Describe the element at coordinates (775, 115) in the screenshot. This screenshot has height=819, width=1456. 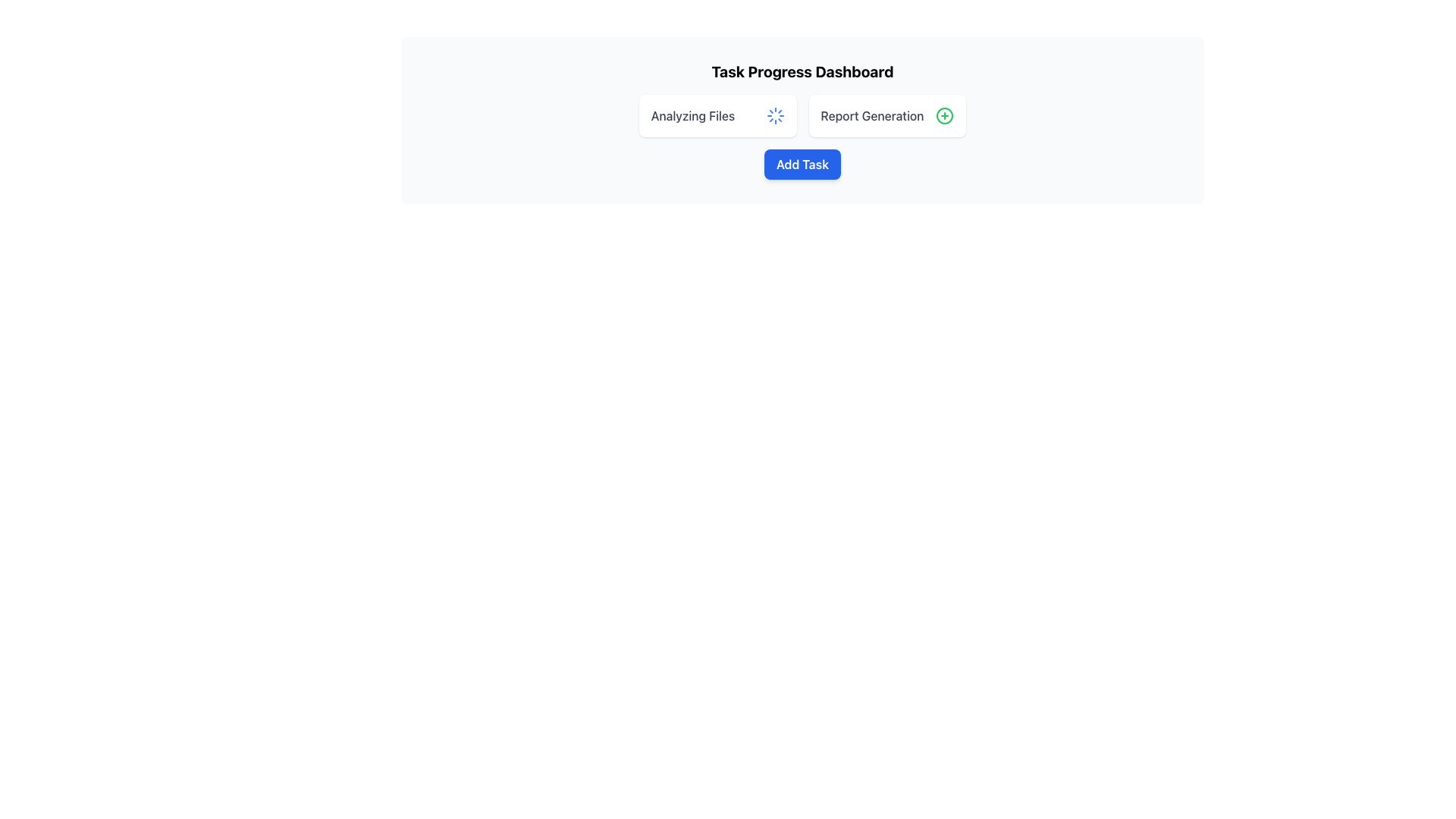
I see `the Spinner/Loader Icon located in the 'Analyzing Files' section of the 'Task Progress Dashboard' to identify the file analysis status` at that location.